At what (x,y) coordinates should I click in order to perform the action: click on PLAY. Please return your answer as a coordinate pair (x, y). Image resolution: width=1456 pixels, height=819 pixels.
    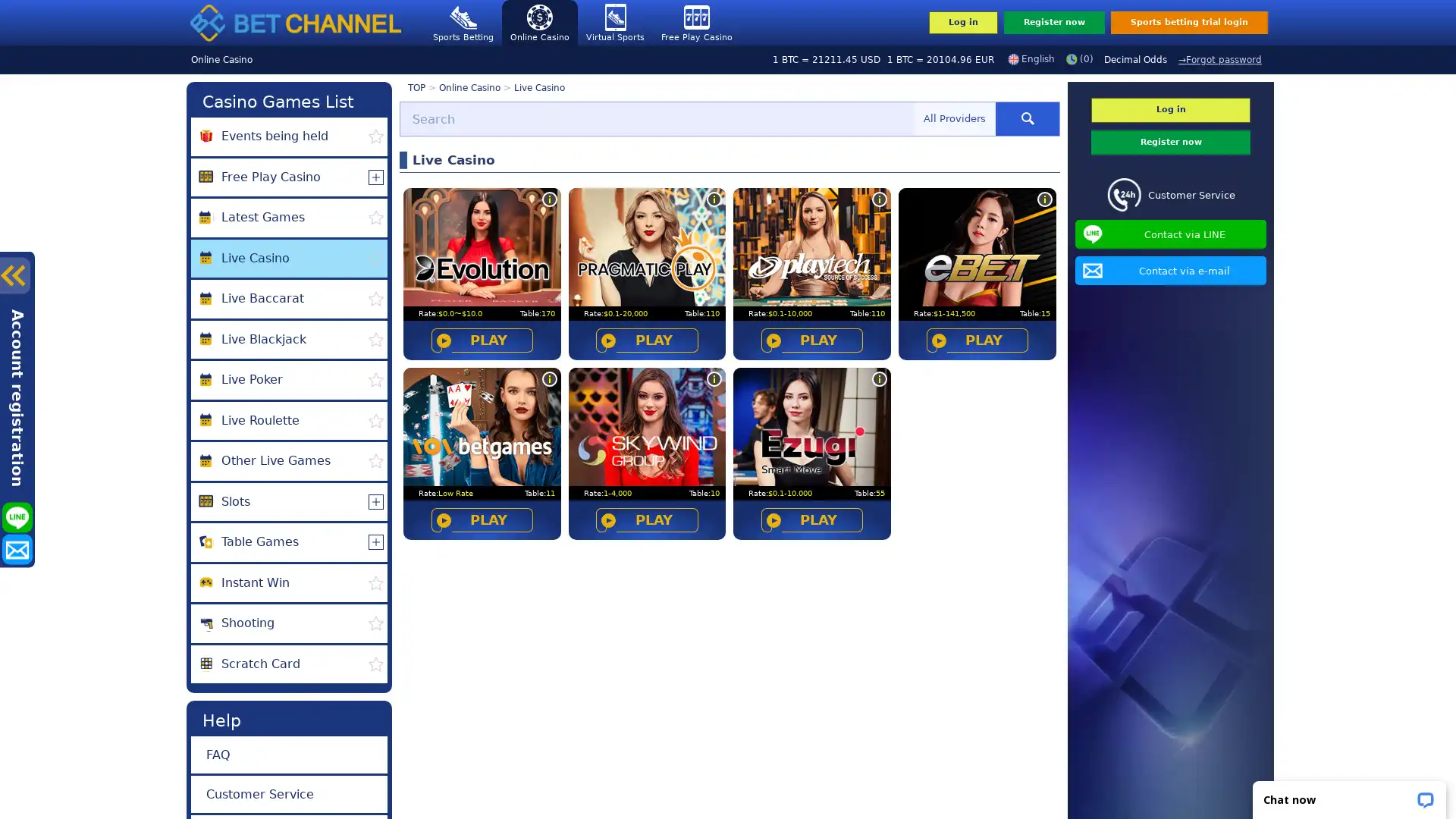
    Looking at the image, I should click on (811, 519).